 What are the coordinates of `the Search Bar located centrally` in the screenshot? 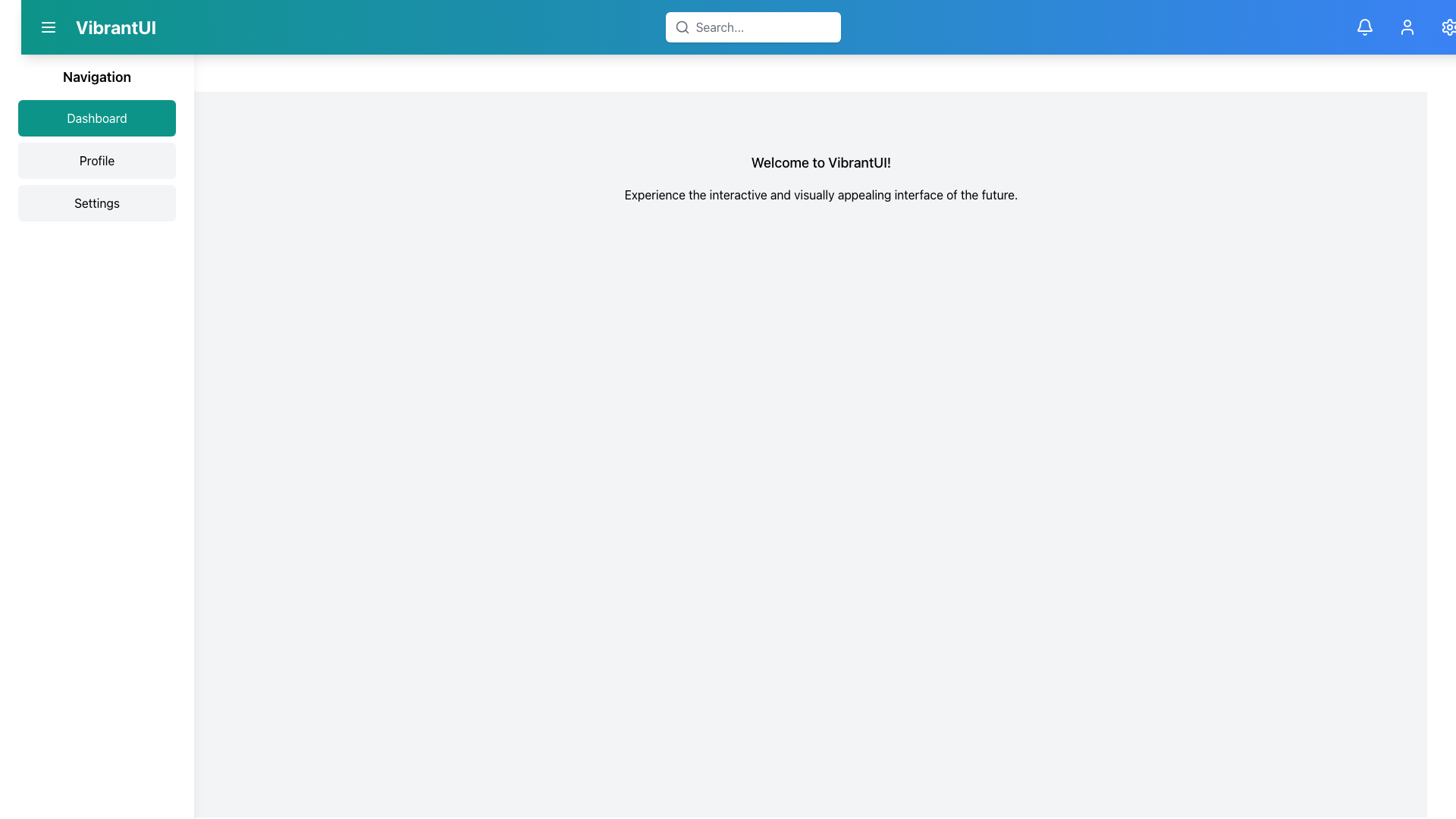 It's located at (753, 27).